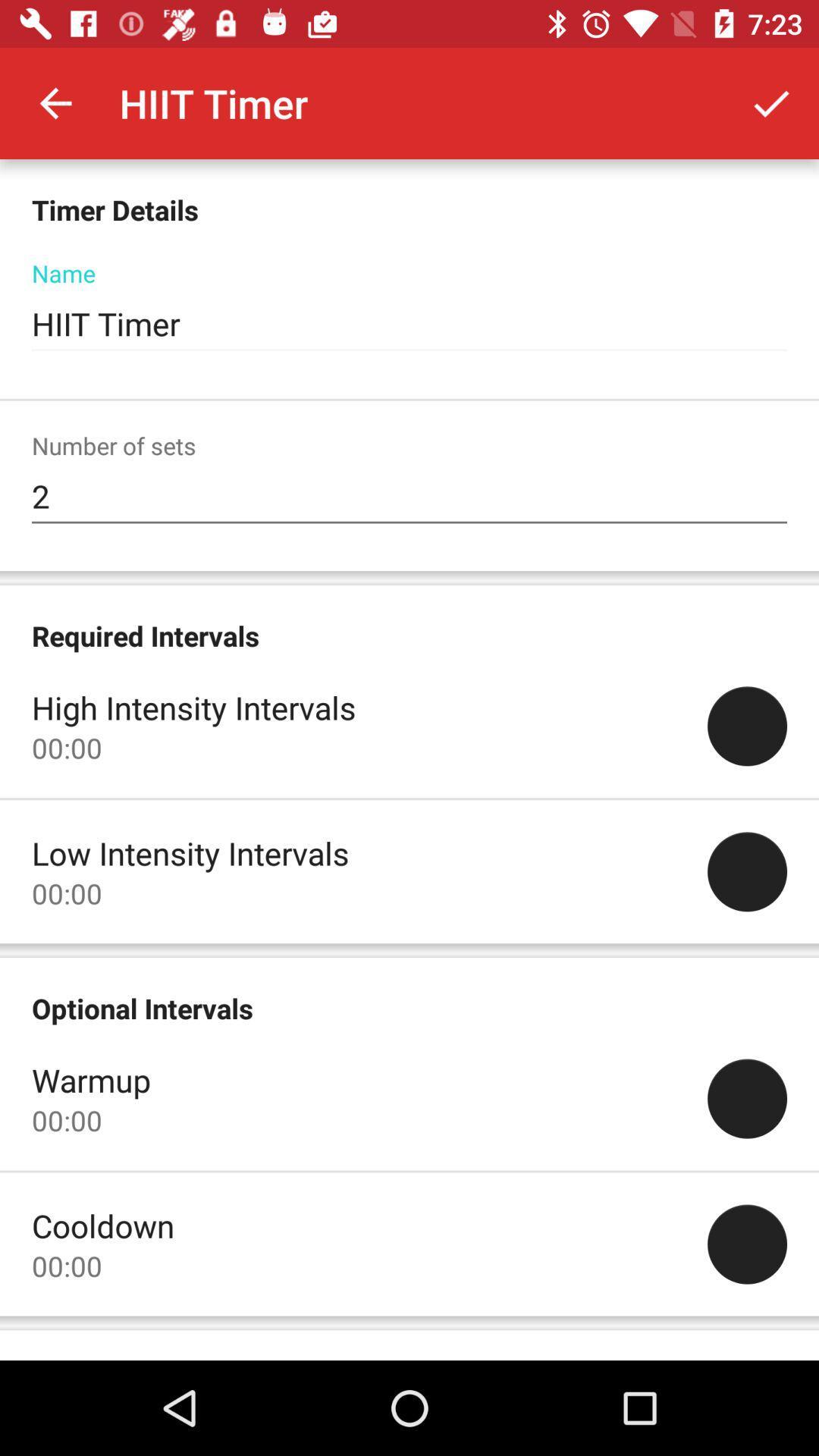 The height and width of the screenshot is (1456, 819). I want to click on the item to the left of hiit timer app, so click(55, 102).